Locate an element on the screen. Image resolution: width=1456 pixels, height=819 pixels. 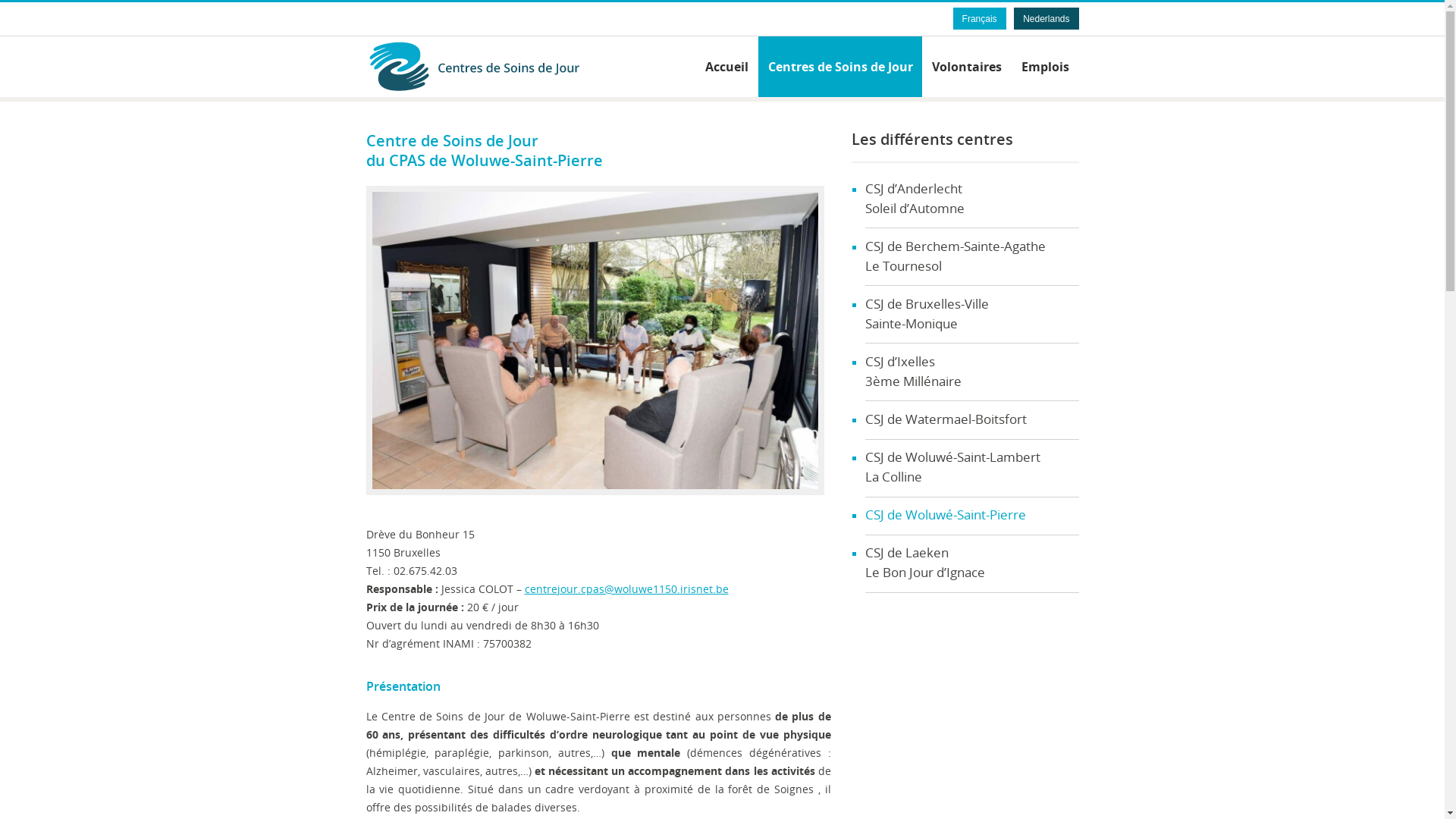
'Centres de Soins de Jour' is located at coordinates (498, 65).